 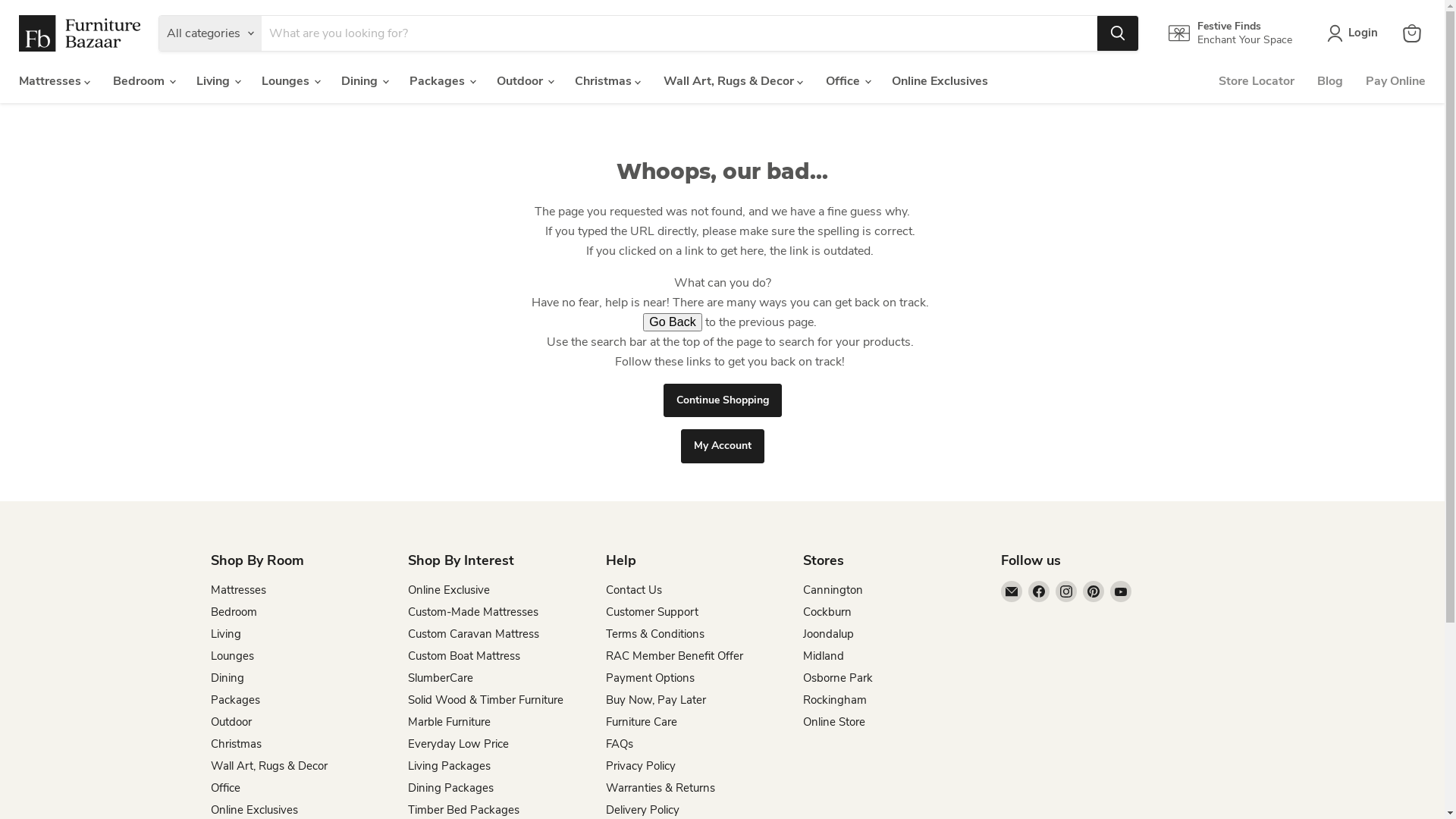 What do you see at coordinates (619, 742) in the screenshot?
I see `'FAQs'` at bounding box center [619, 742].